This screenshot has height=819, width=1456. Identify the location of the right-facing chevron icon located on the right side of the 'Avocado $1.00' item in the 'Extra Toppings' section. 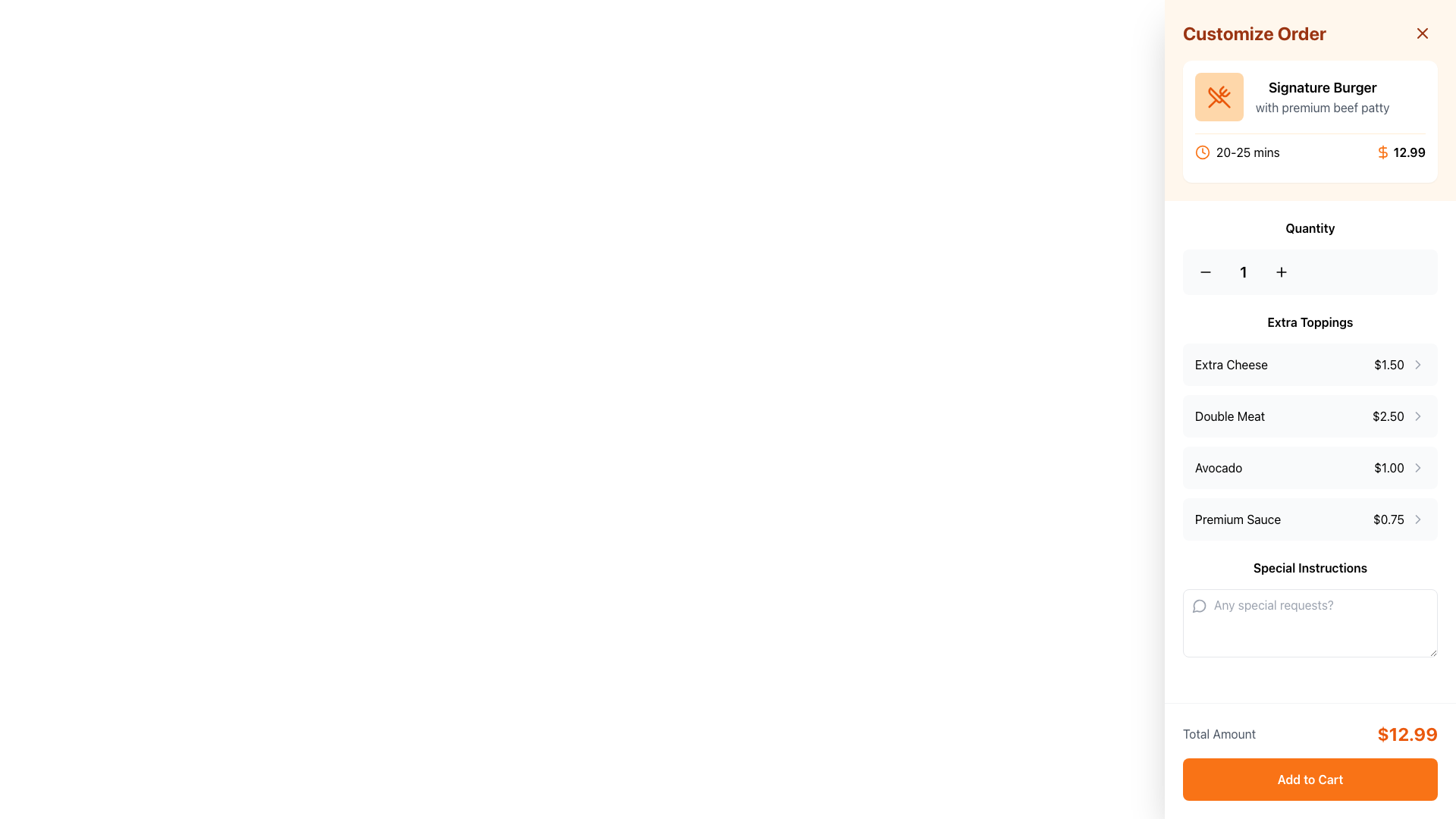
(1417, 467).